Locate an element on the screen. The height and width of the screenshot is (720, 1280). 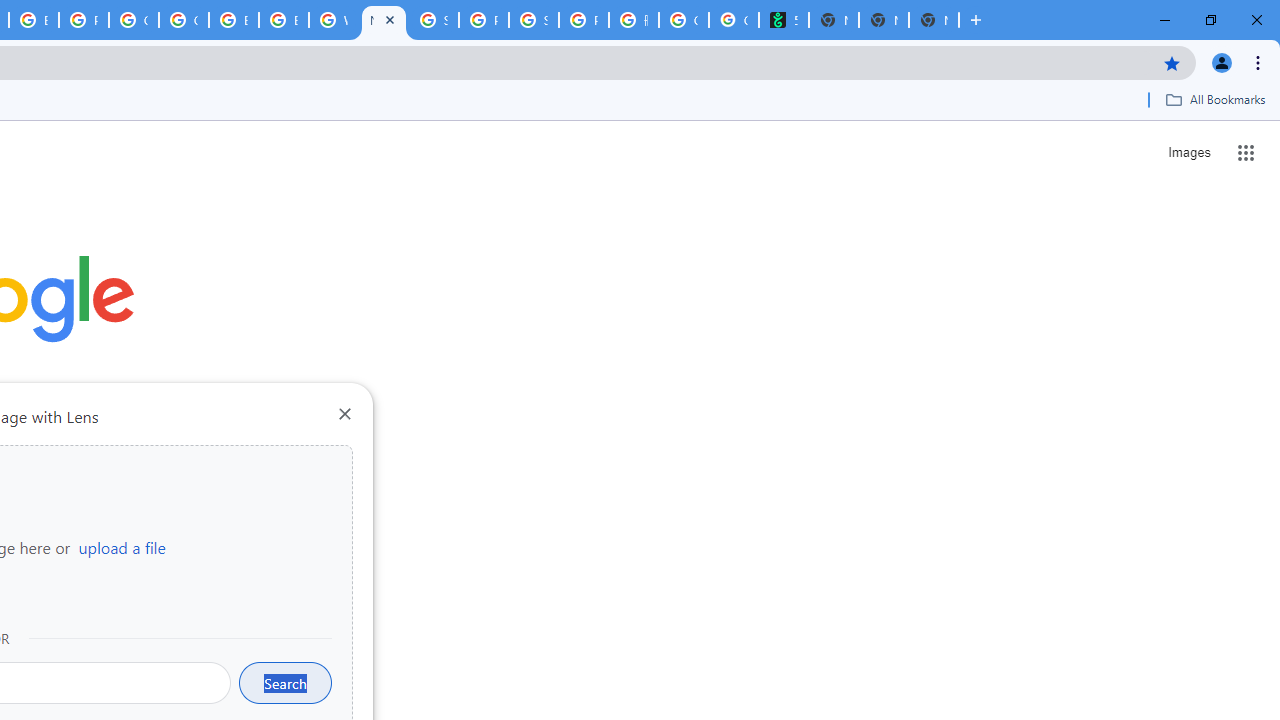
'upload a file' is located at coordinates (121, 547).